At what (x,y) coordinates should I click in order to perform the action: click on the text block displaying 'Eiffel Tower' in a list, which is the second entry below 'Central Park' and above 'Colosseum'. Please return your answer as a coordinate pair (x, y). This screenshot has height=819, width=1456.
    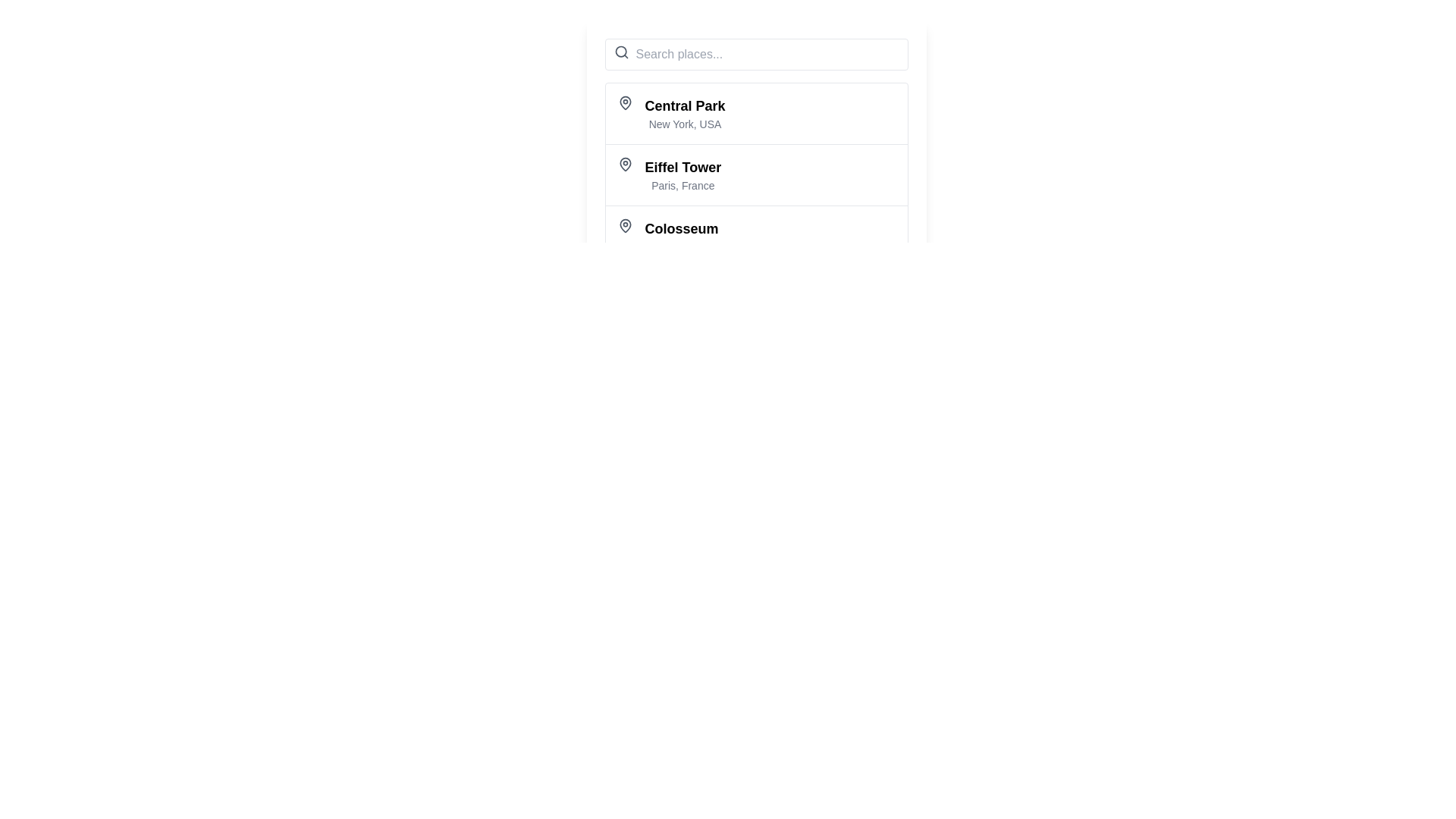
    Looking at the image, I should click on (682, 174).